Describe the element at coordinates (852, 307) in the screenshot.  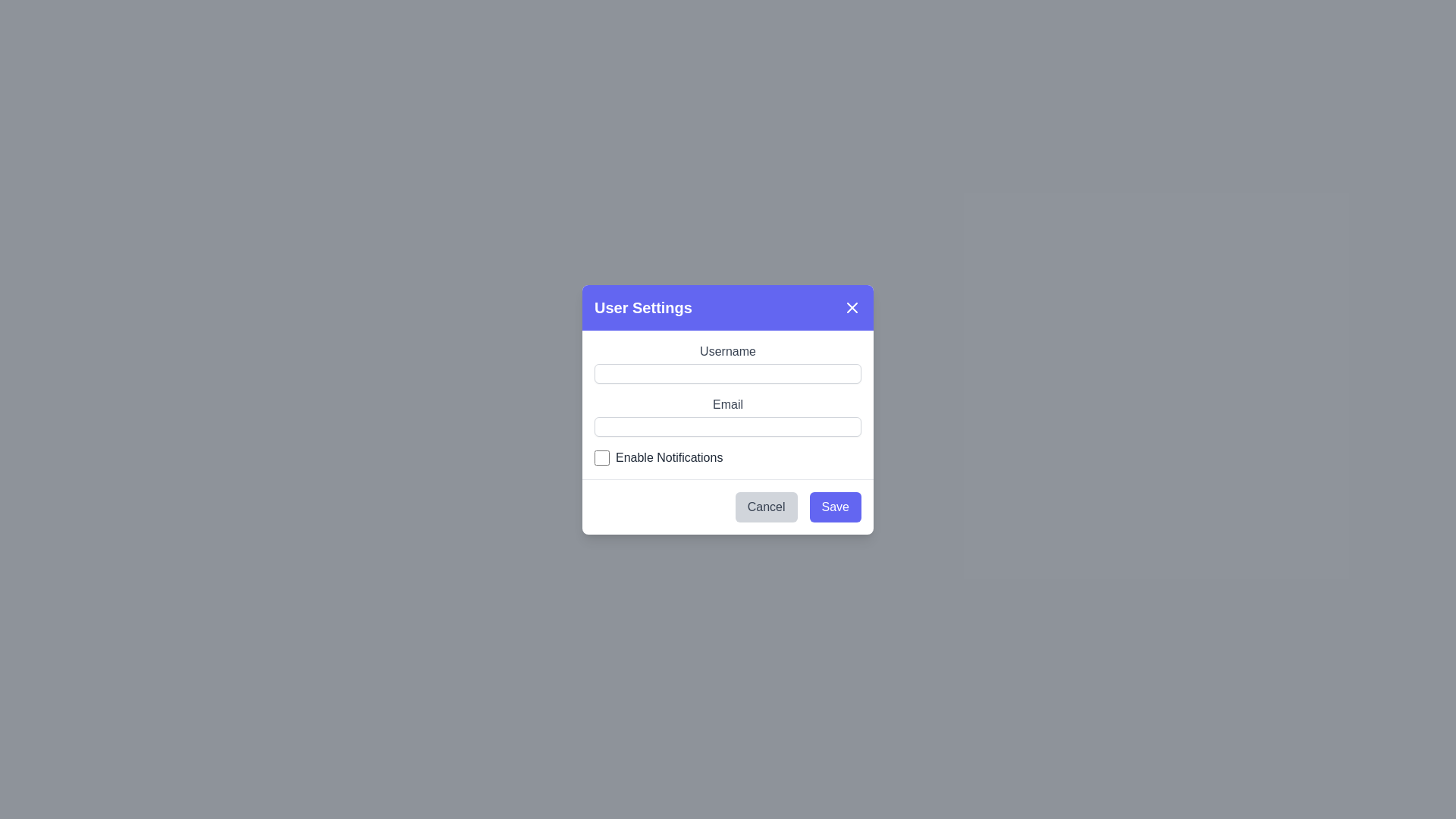
I see `the 'X' icon button located at the top-right corner of the 'User Settings' modal` at that location.